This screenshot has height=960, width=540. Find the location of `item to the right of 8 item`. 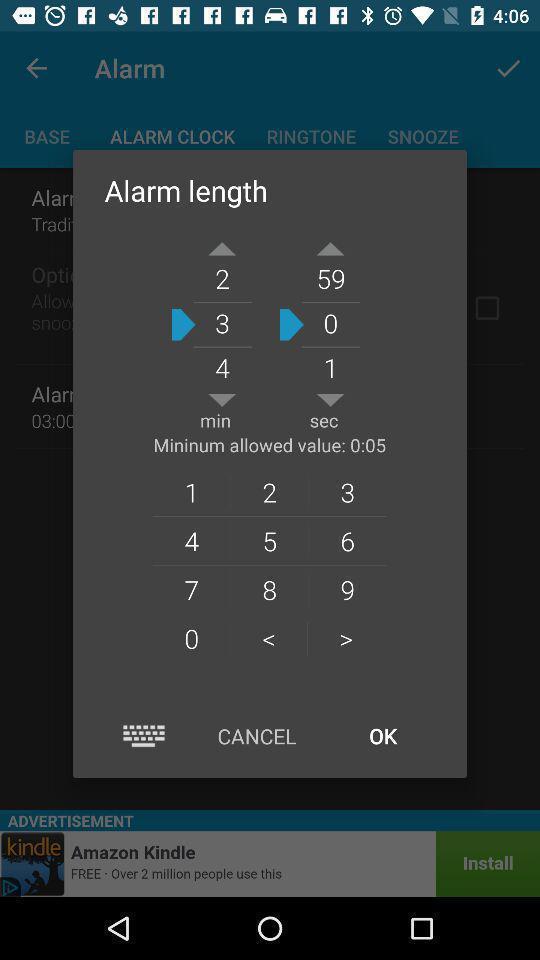

item to the right of 8 item is located at coordinates (345, 637).